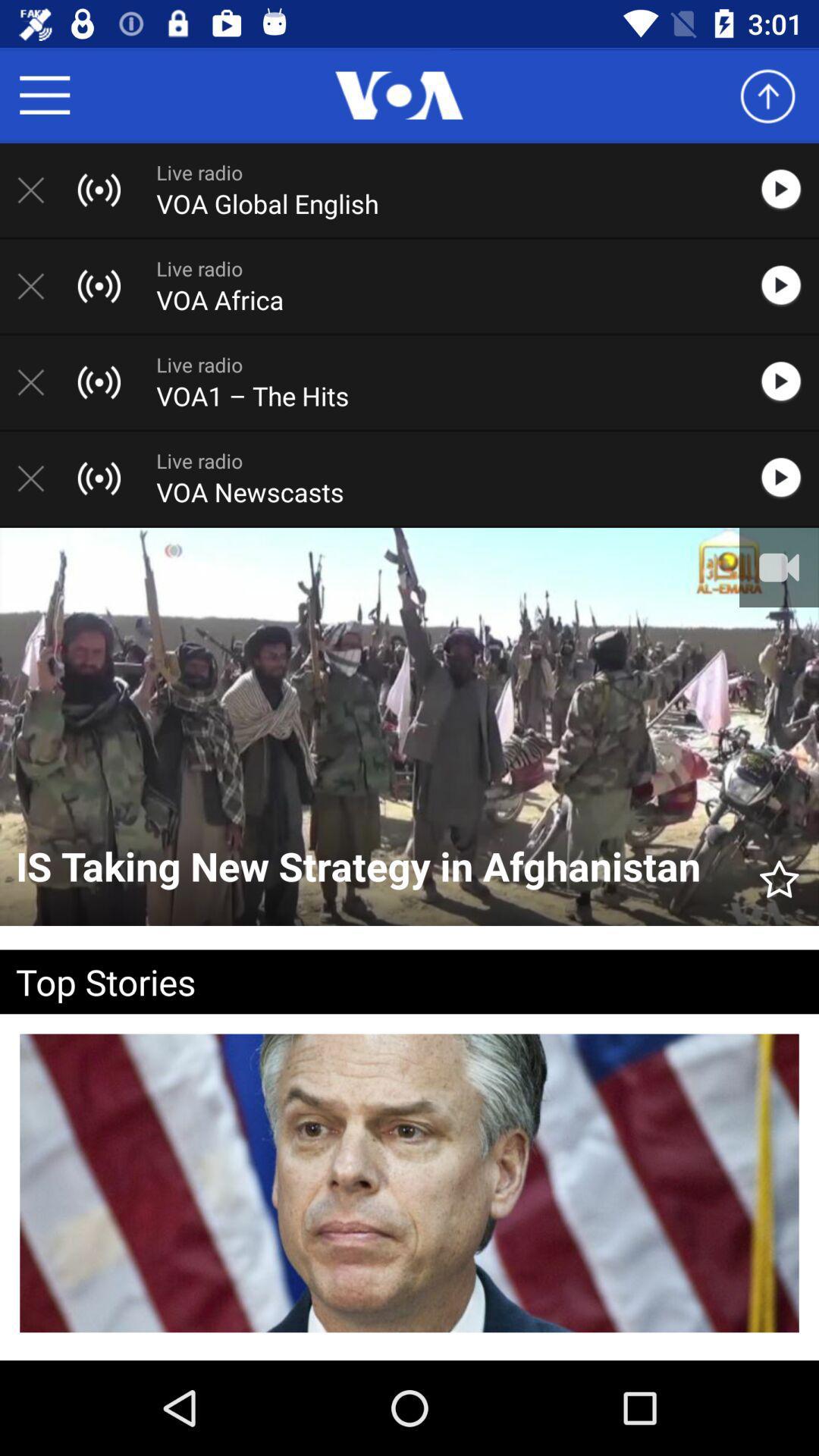 Image resolution: width=819 pixels, height=1456 pixels. Describe the element at coordinates (38, 478) in the screenshot. I see `the close icon` at that location.